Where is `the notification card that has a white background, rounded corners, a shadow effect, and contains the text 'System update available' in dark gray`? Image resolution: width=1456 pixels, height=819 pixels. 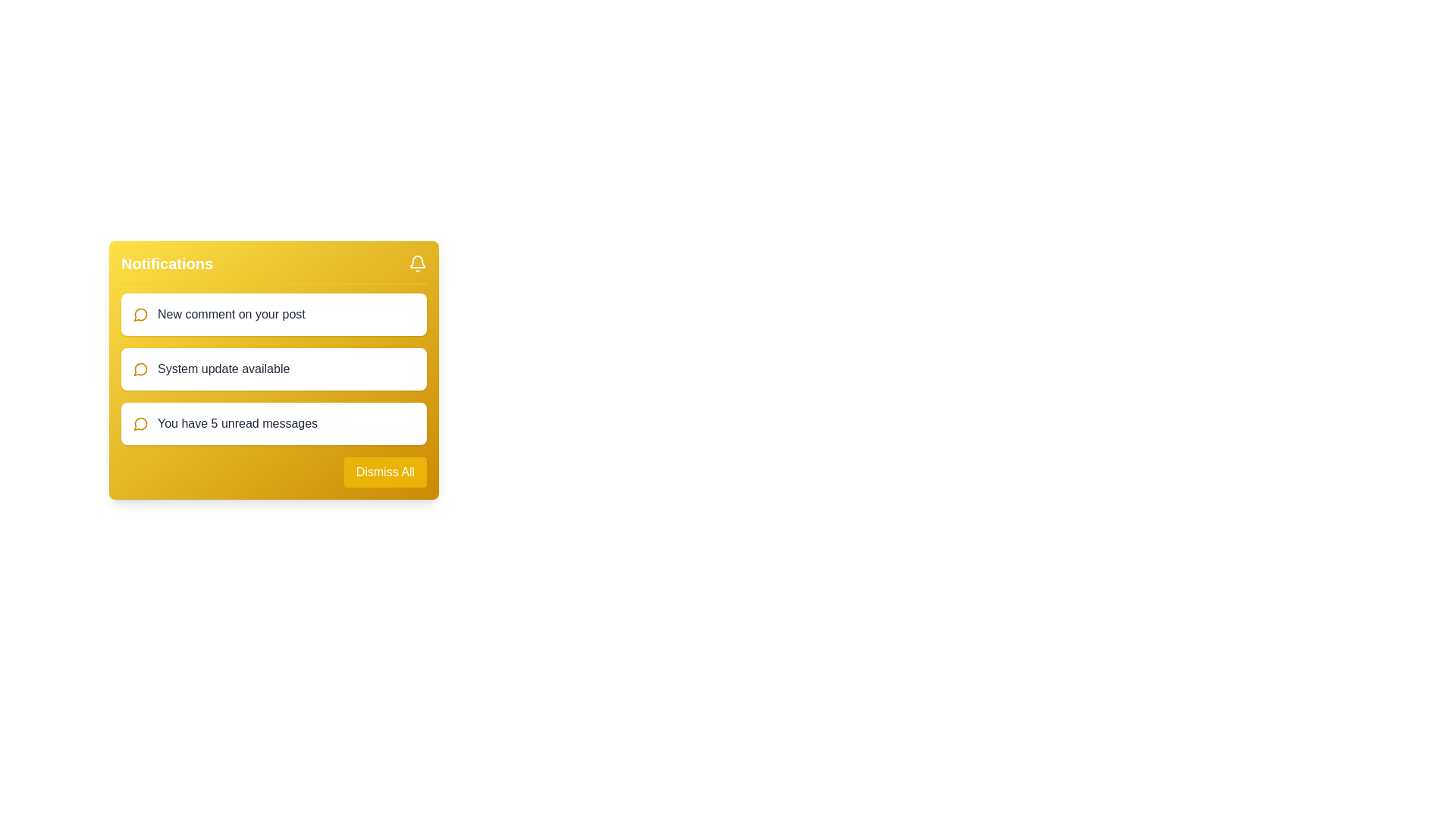 the notification card that has a white background, rounded corners, a shadow effect, and contains the text 'System update available' in dark gray is located at coordinates (274, 369).